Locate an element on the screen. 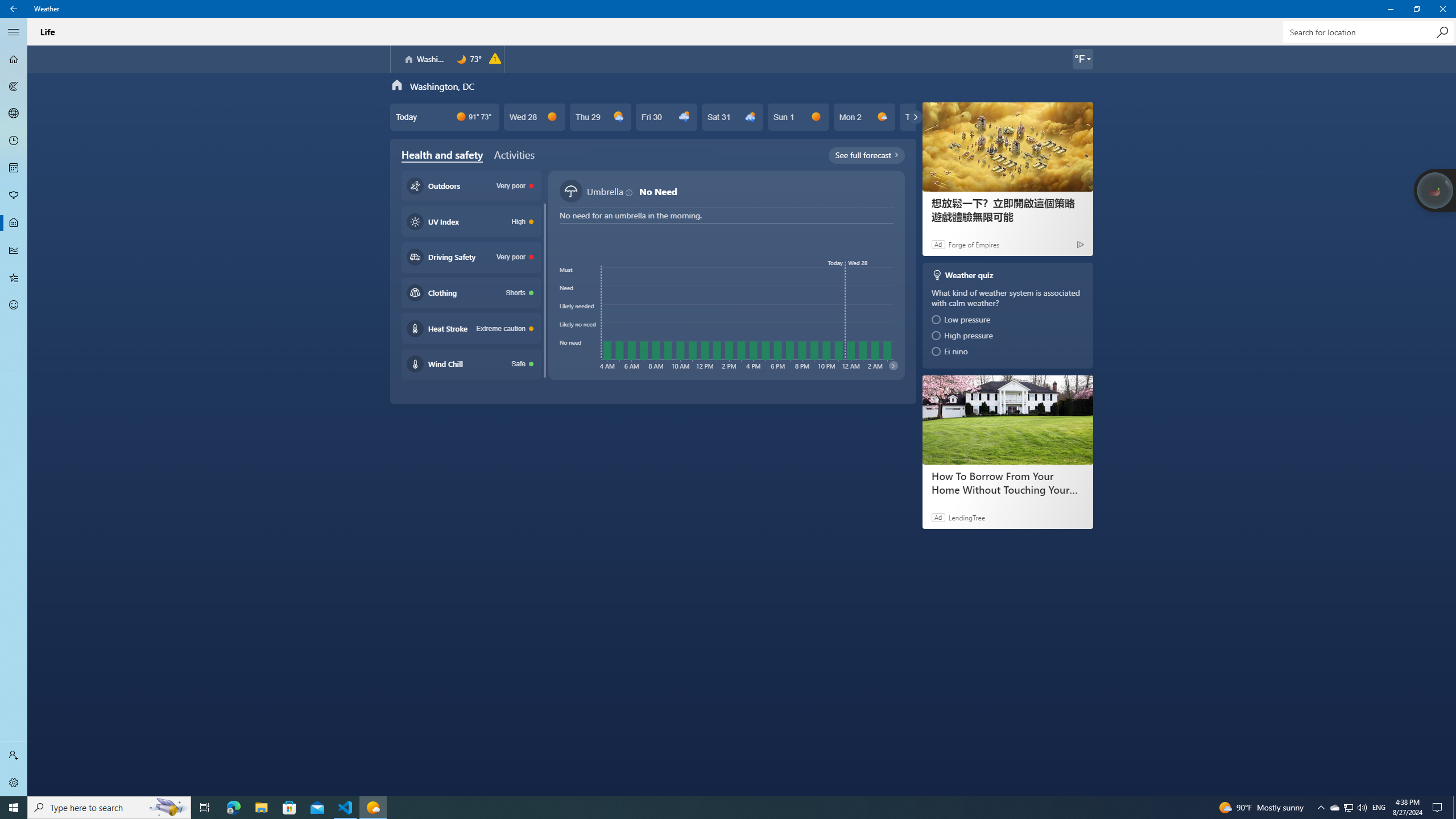  'Hourly Forecast - Not Selected' is located at coordinates (14, 141).